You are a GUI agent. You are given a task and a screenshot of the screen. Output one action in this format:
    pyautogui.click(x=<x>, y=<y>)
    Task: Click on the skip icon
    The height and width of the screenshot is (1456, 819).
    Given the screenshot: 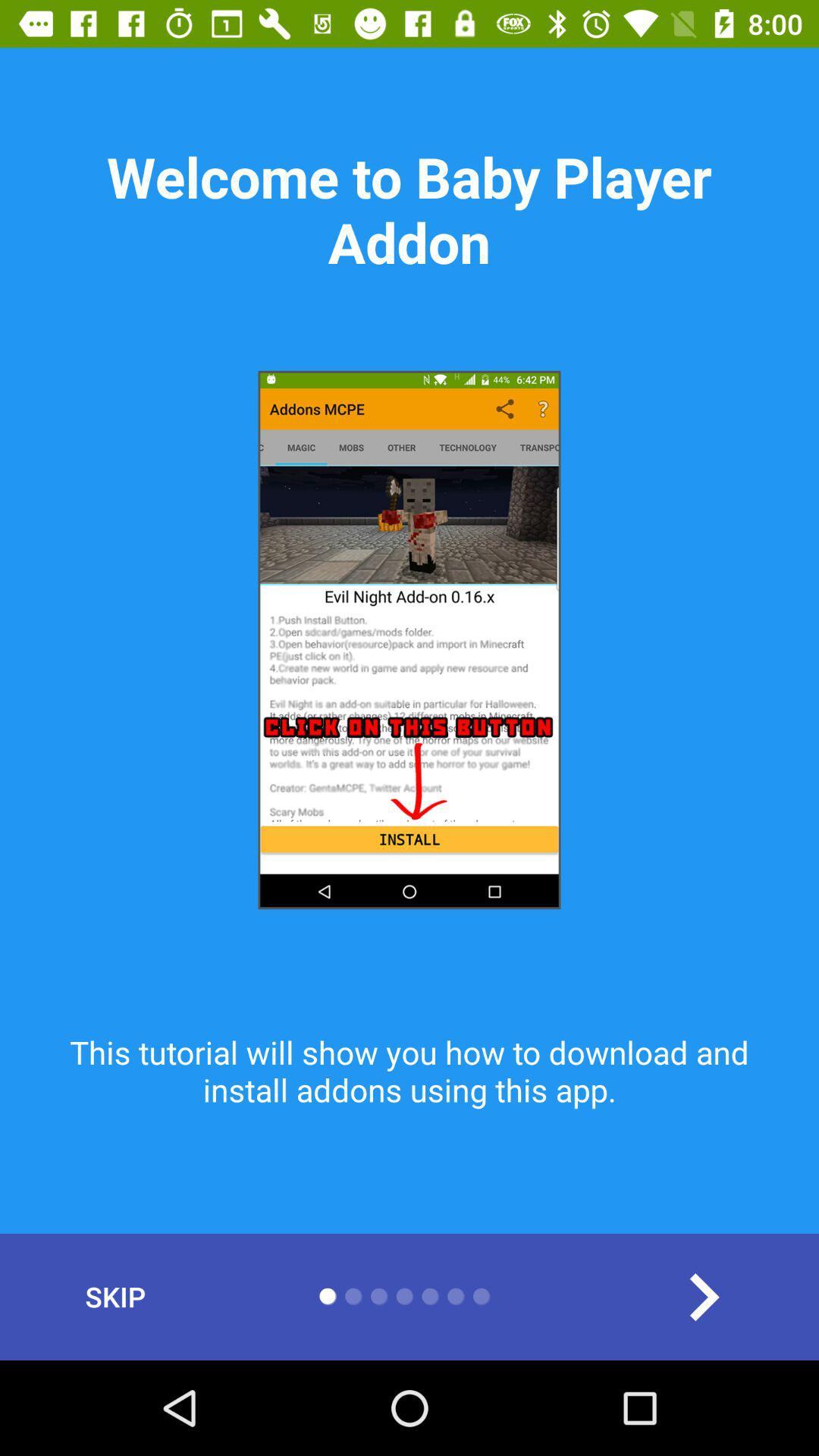 What is the action you would take?
    pyautogui.click(x=115, y=1296)
    